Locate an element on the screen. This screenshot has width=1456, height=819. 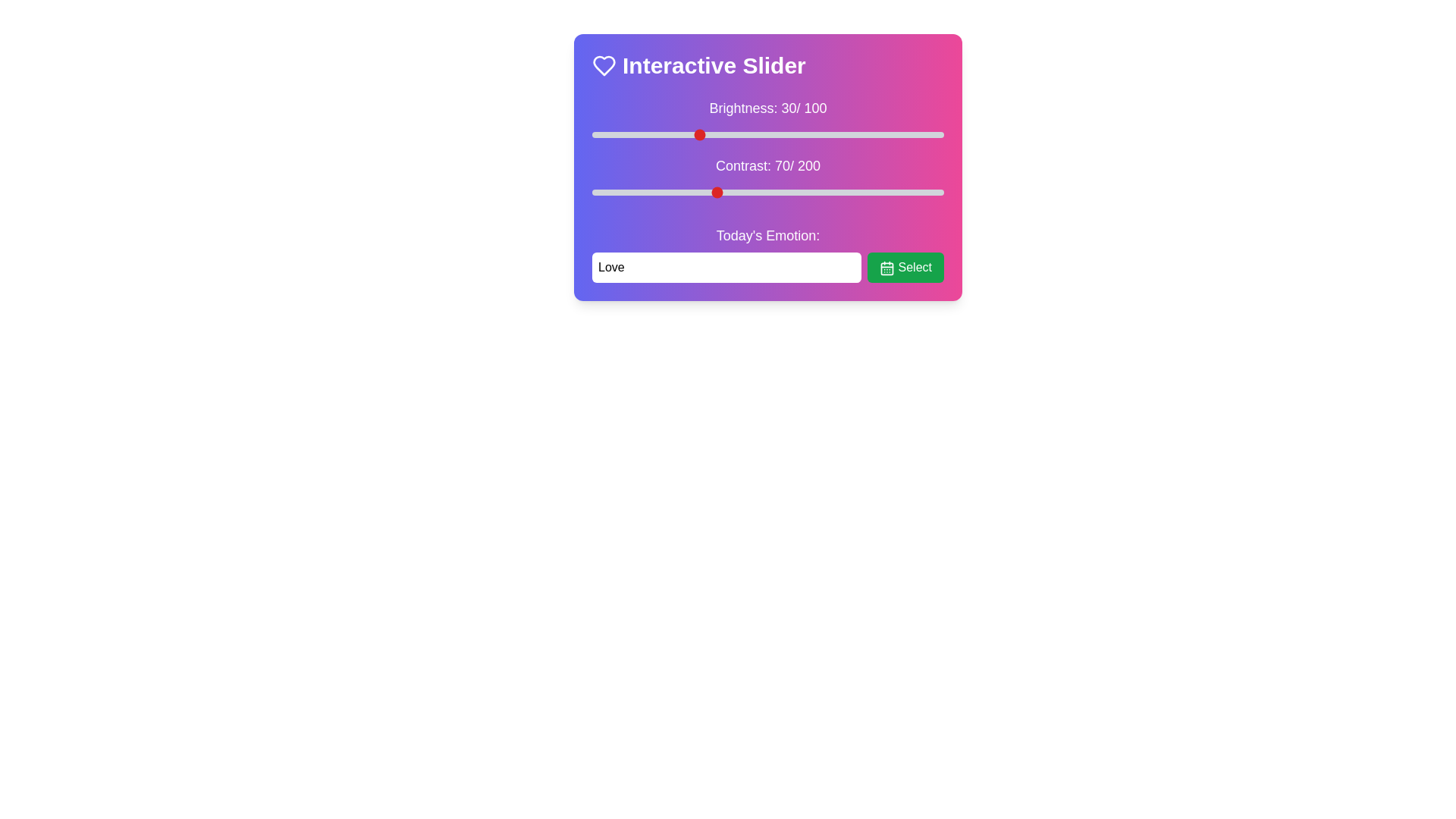
the contrast slider to 163 is located at coordinates (879, 192).